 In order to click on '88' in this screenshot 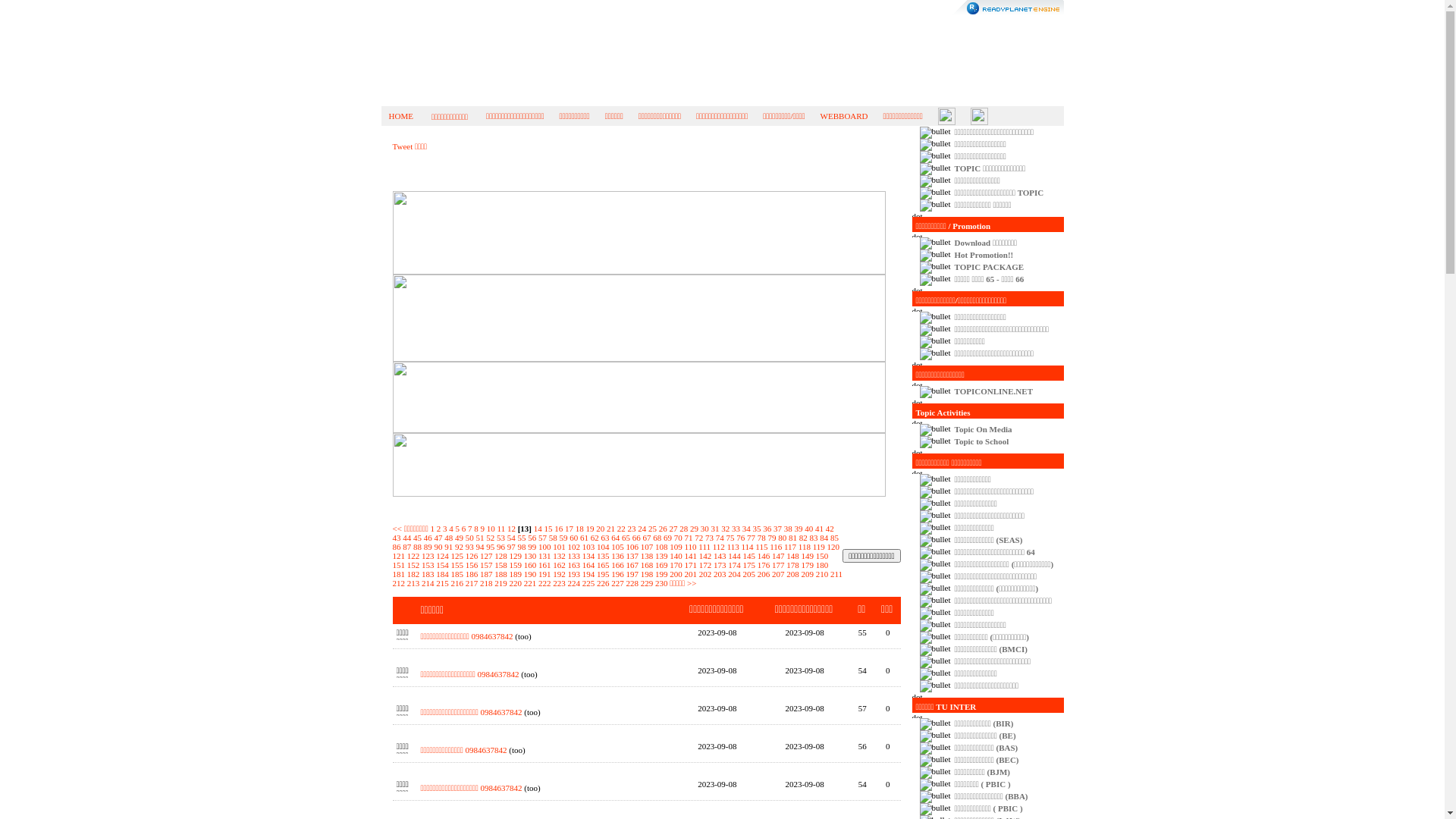, I will do `click(417, 547)`.